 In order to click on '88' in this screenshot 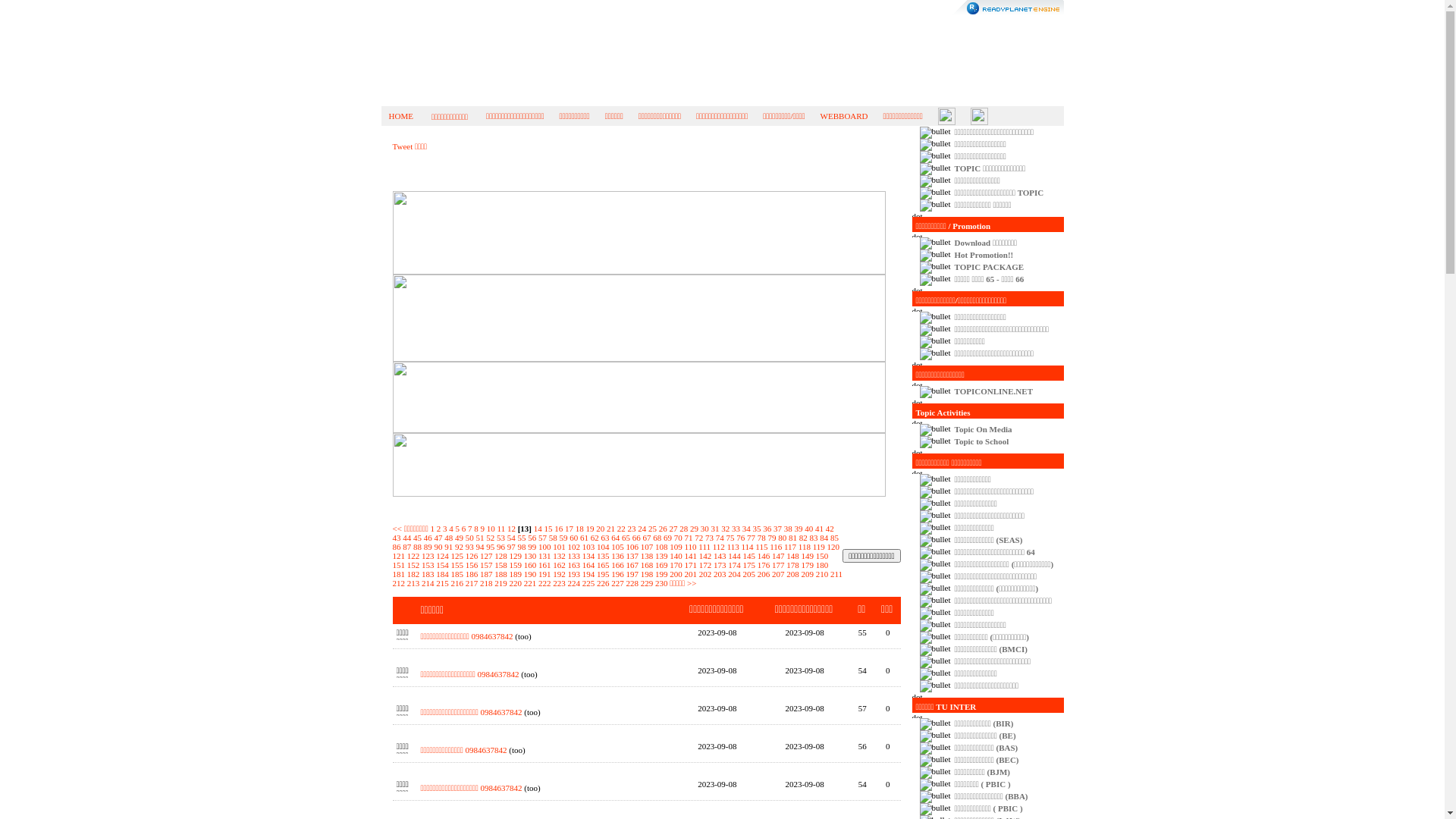, I will do `click(417, 547)`.